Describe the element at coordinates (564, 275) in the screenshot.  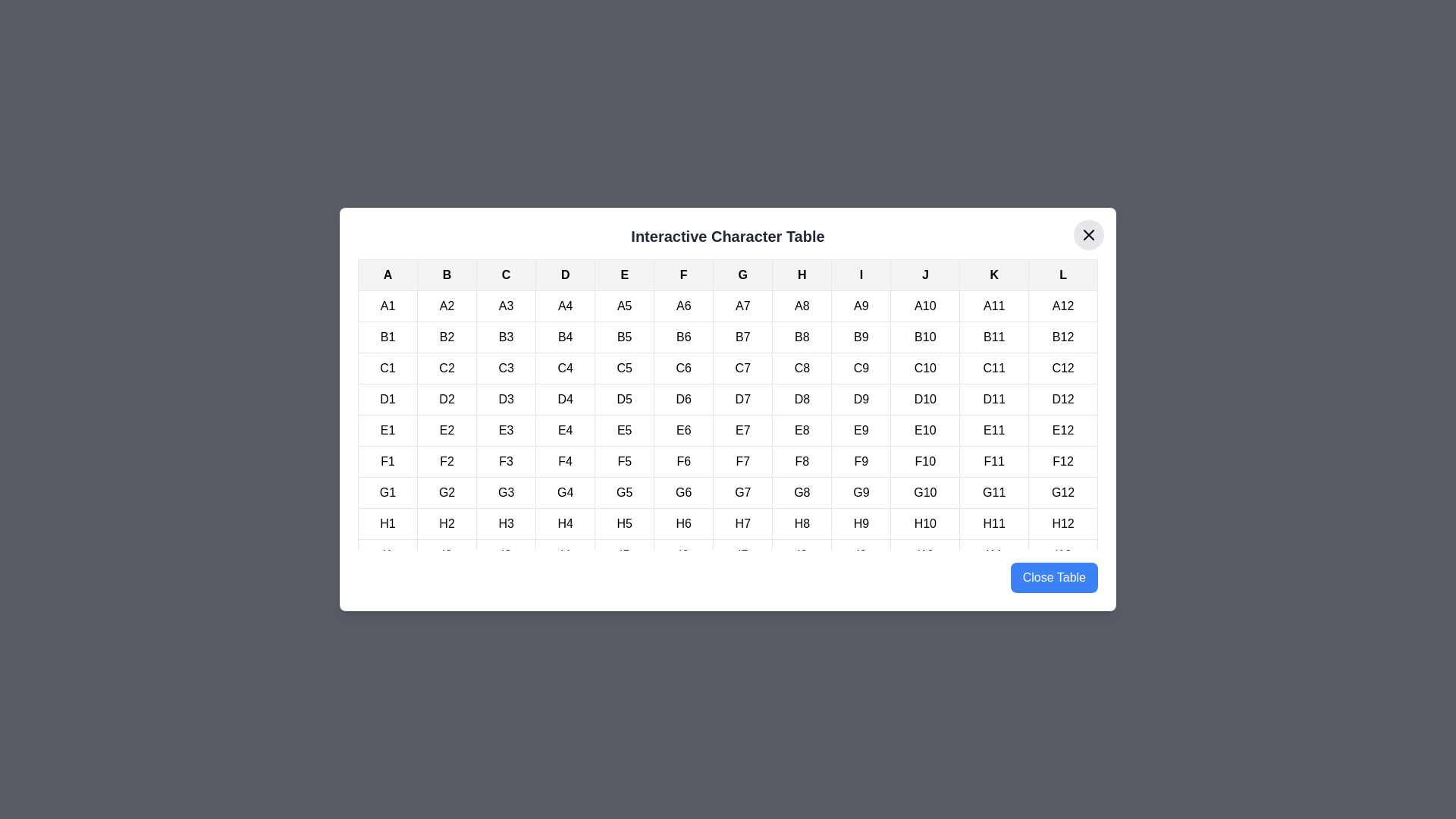
I see `the table header cell labeled D to highlight its column` at that location.